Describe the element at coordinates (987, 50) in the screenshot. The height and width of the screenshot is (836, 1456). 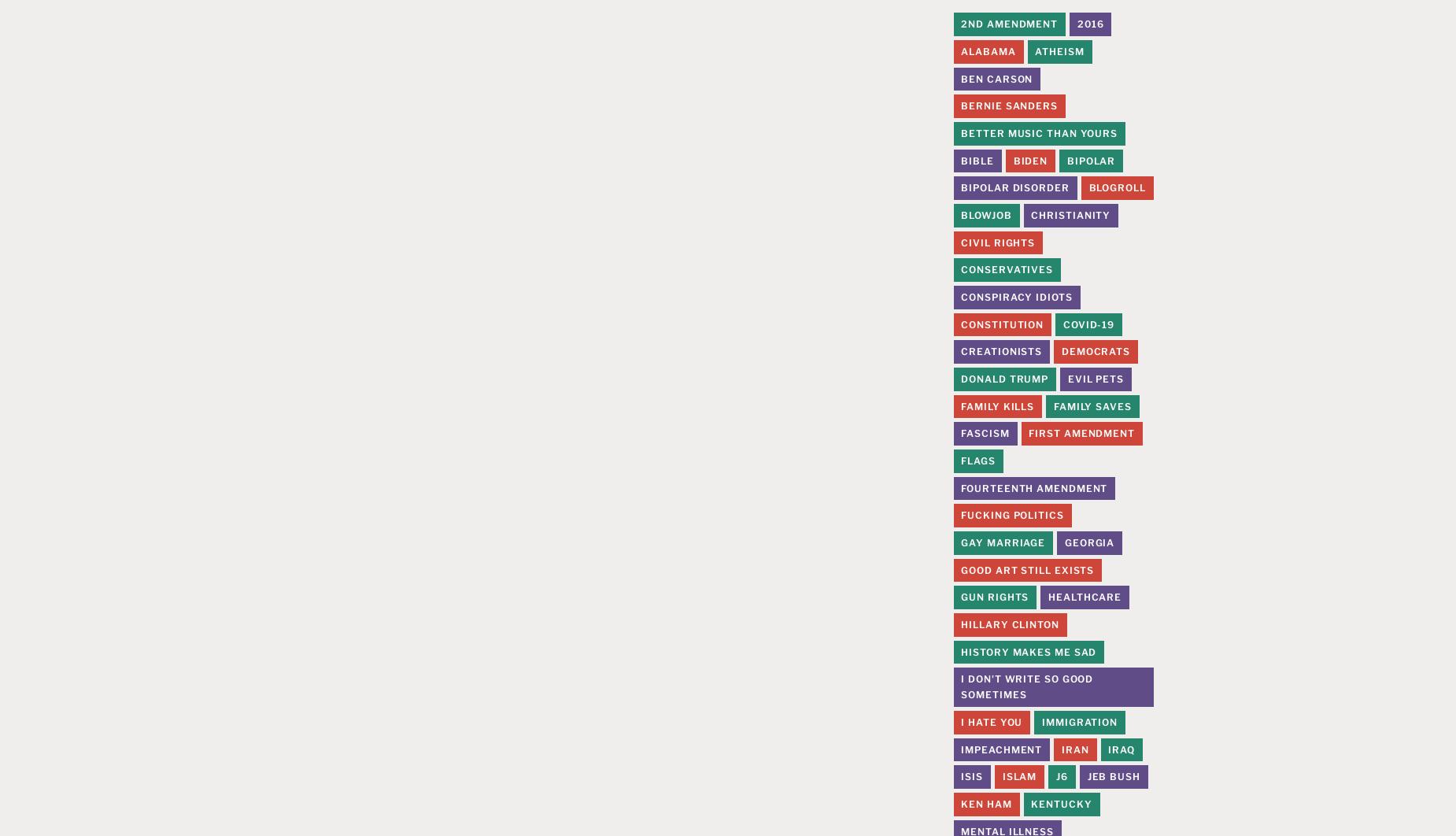
I see `'Alabama'` at that location.